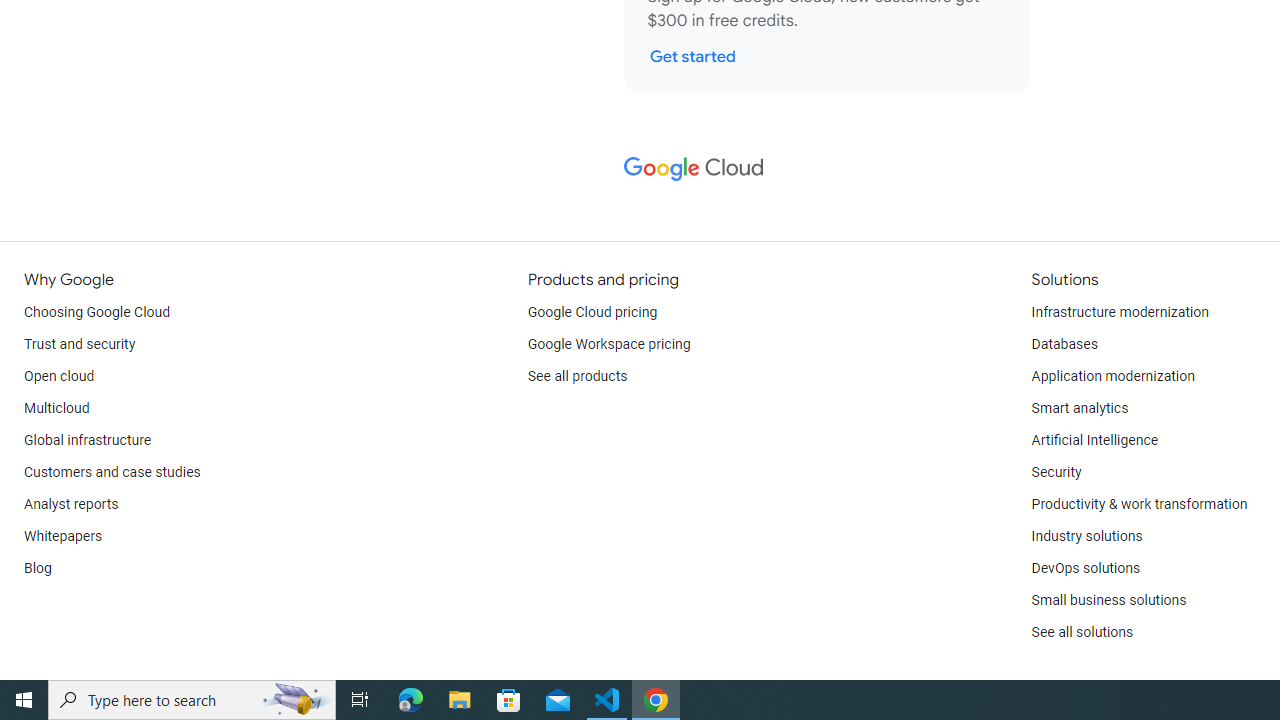 The width and height of the screenshot is (1280, 720). I want to click on 'Artificial Intelligence', so click(1093, 440).